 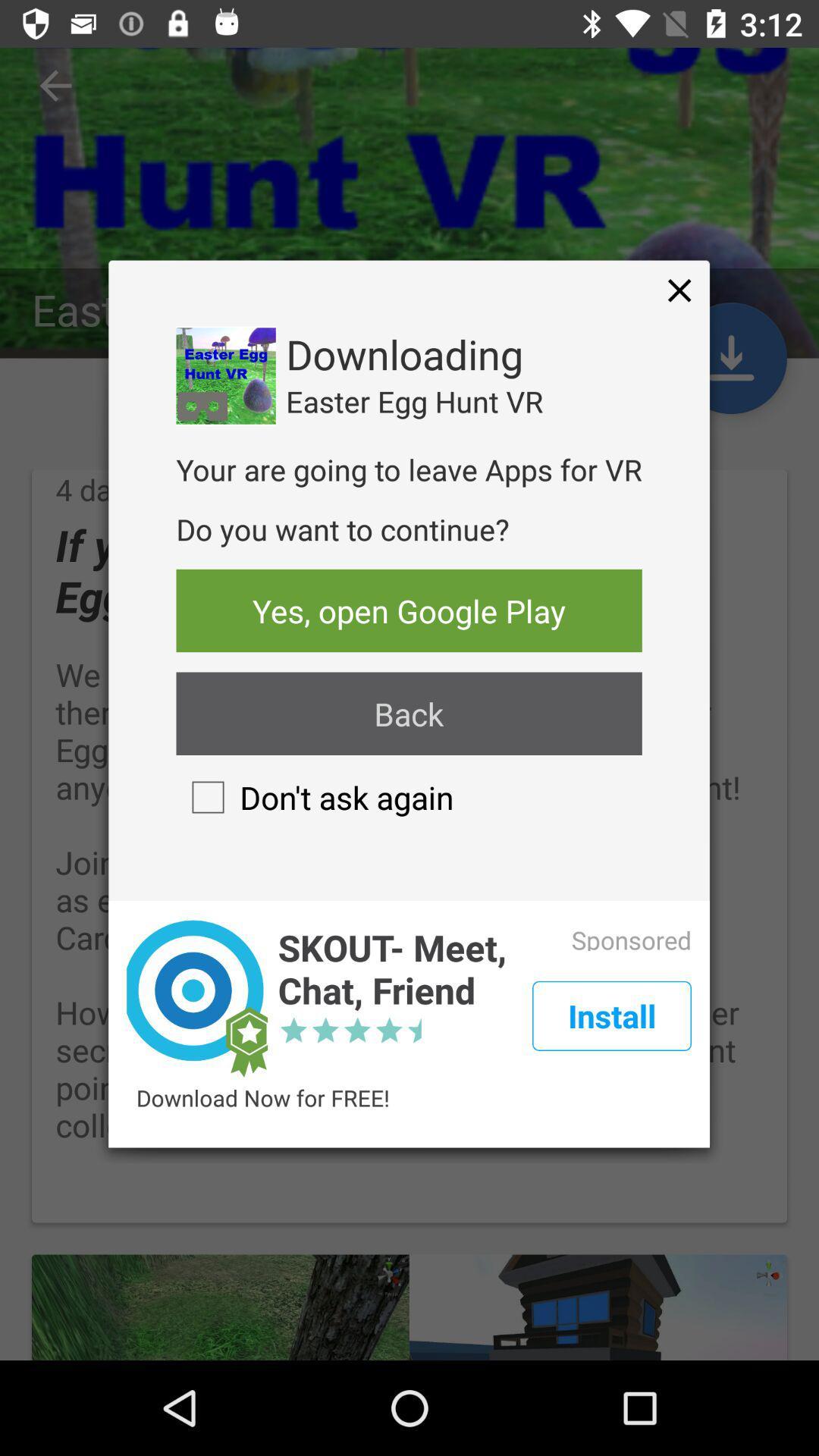 I want to click on icon above don t ask checkbox, so click(x=408, y=713).